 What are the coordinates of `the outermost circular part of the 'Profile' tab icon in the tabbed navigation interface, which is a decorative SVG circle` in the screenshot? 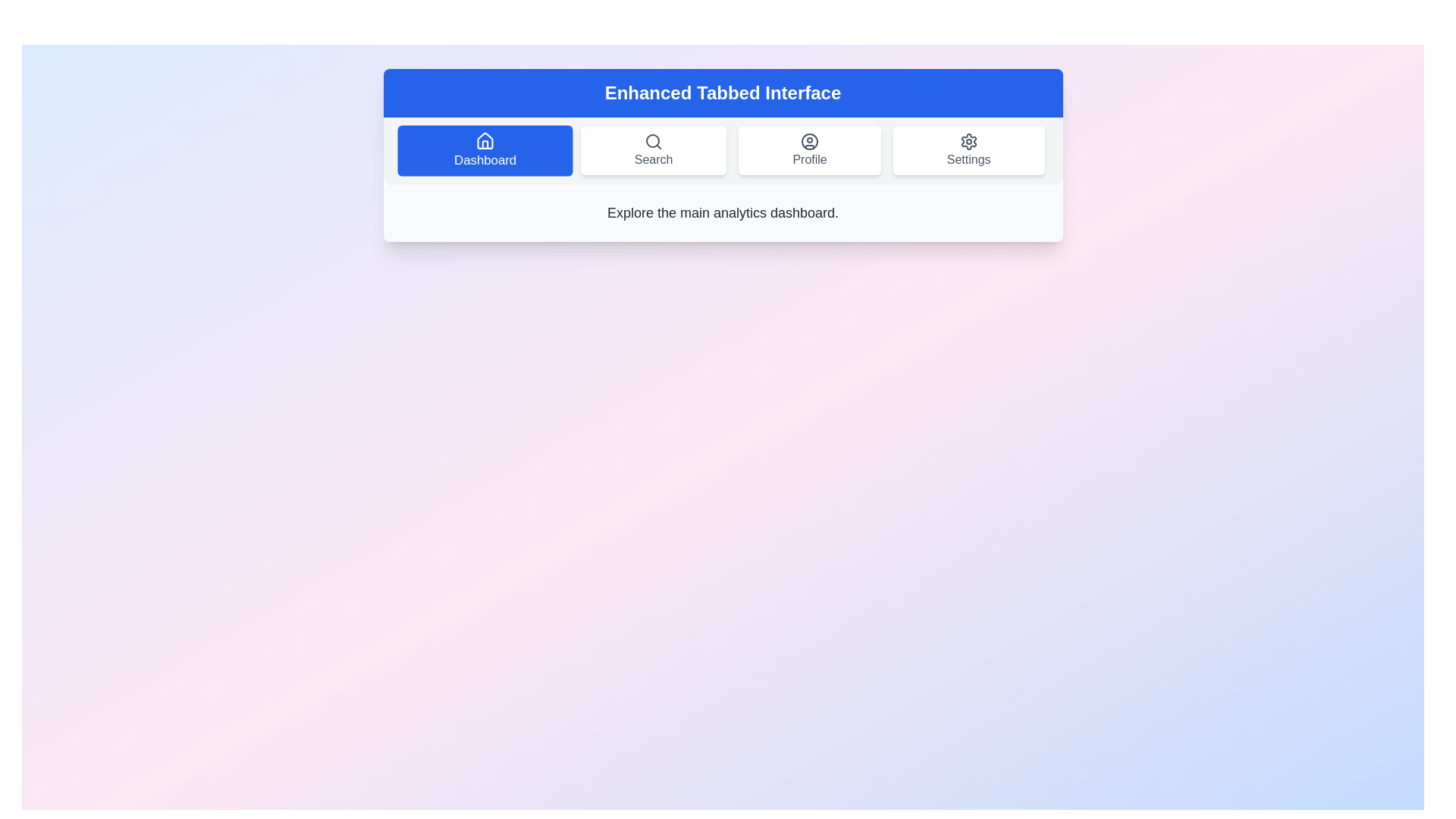 It's located at (809, 141).